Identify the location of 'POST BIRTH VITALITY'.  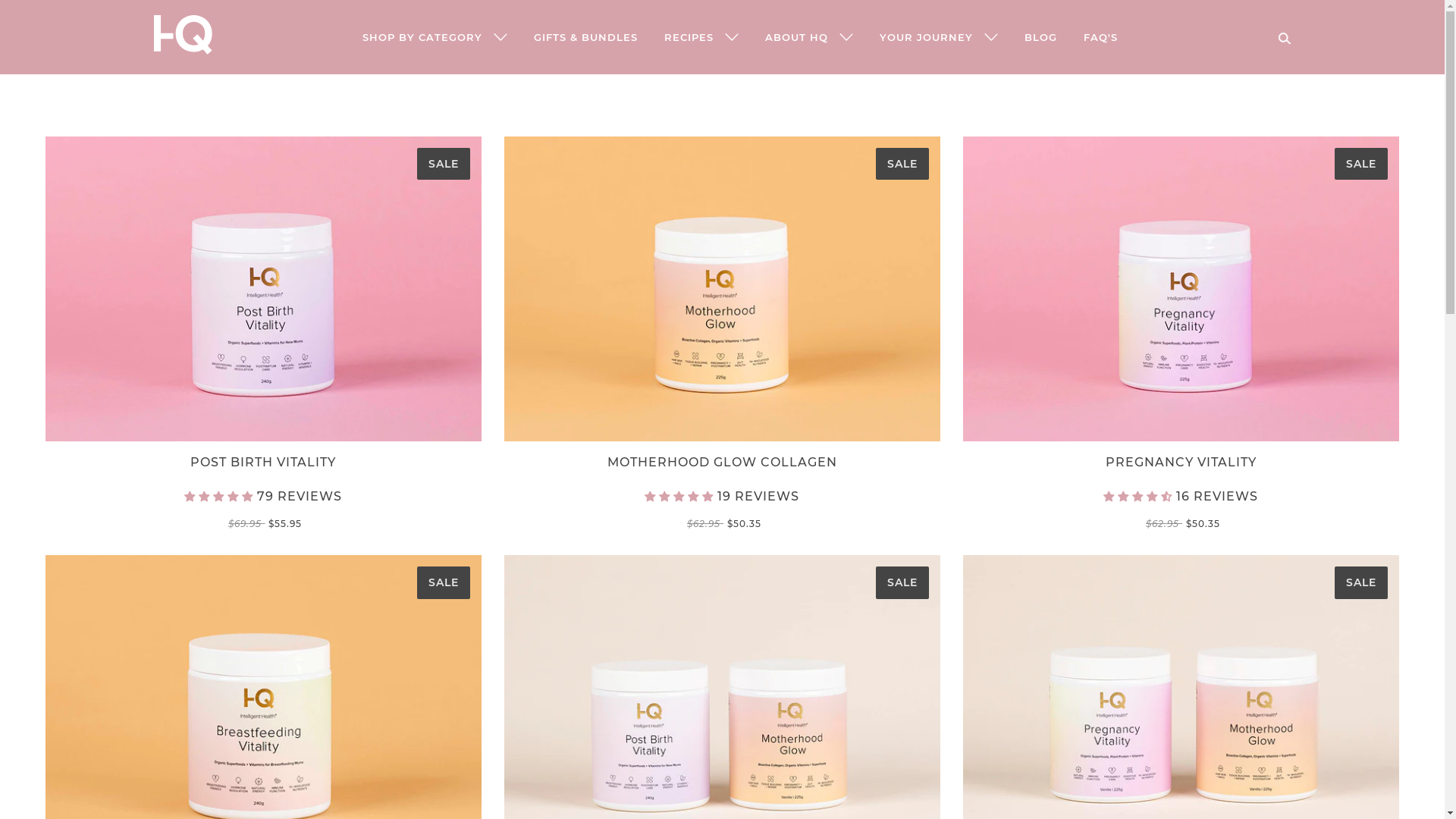
(263, 465).